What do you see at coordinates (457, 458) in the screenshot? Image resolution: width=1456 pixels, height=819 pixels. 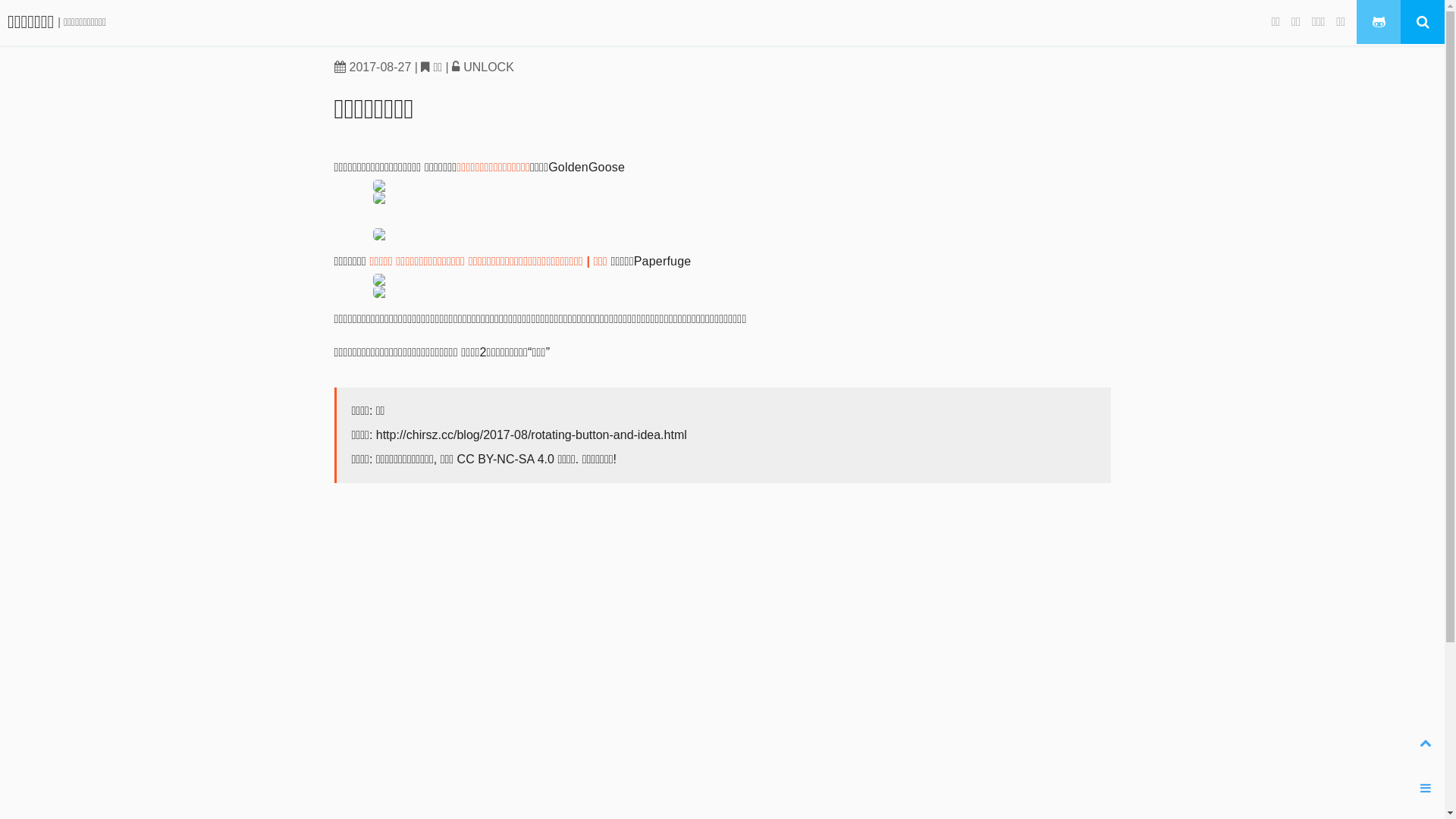 I see `'CC BY-NC-SA 4.0'` at bounding box center [457, 458].